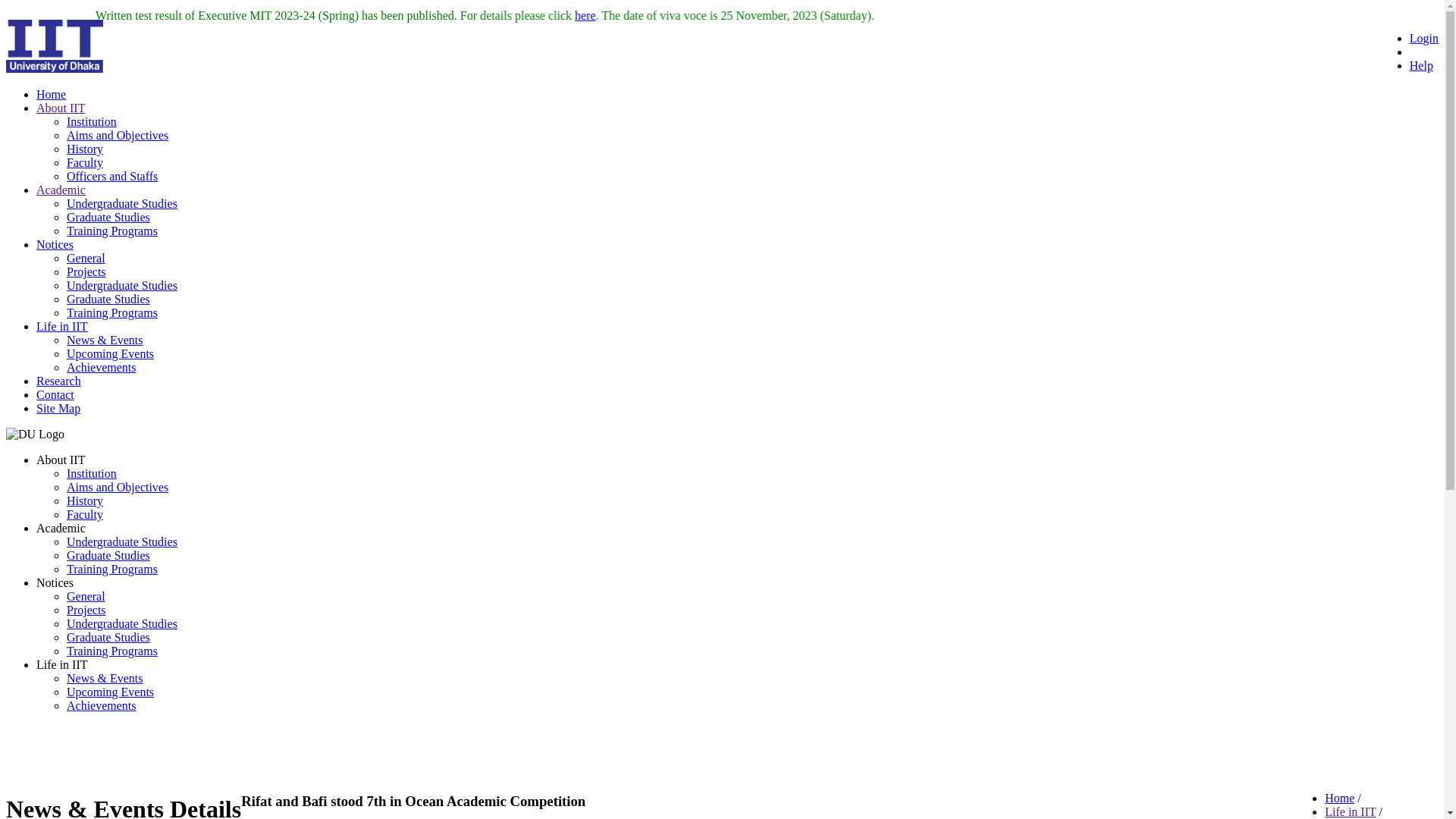 The height and width of the screenshot is (819, 1456). Describe the element at coordinates (83, 513) in the screenshot. I see `'Faculty'` at that location.